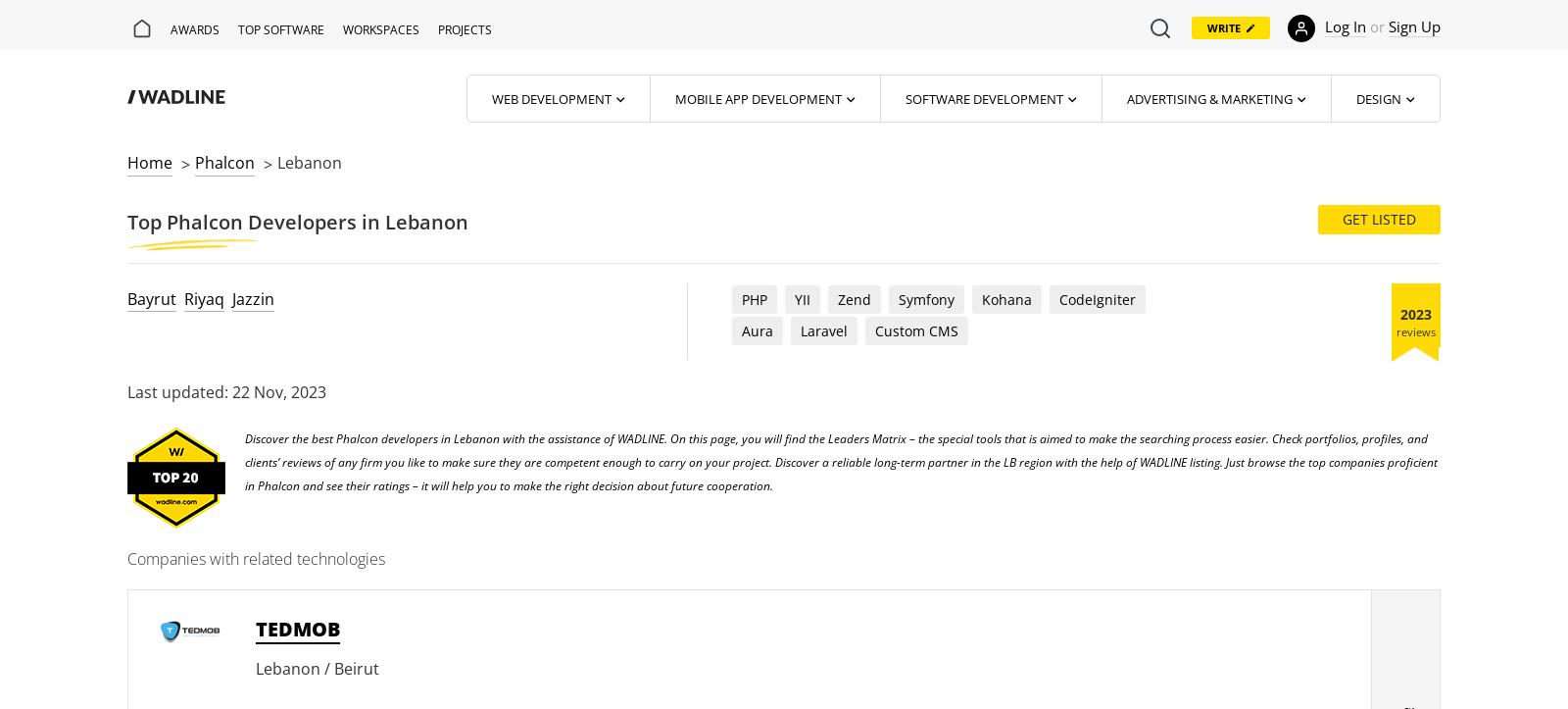  What do you see at coordinates (194, 161) in the screenshot?
I see `'Phalcon'` at bounding box center [194, 161].